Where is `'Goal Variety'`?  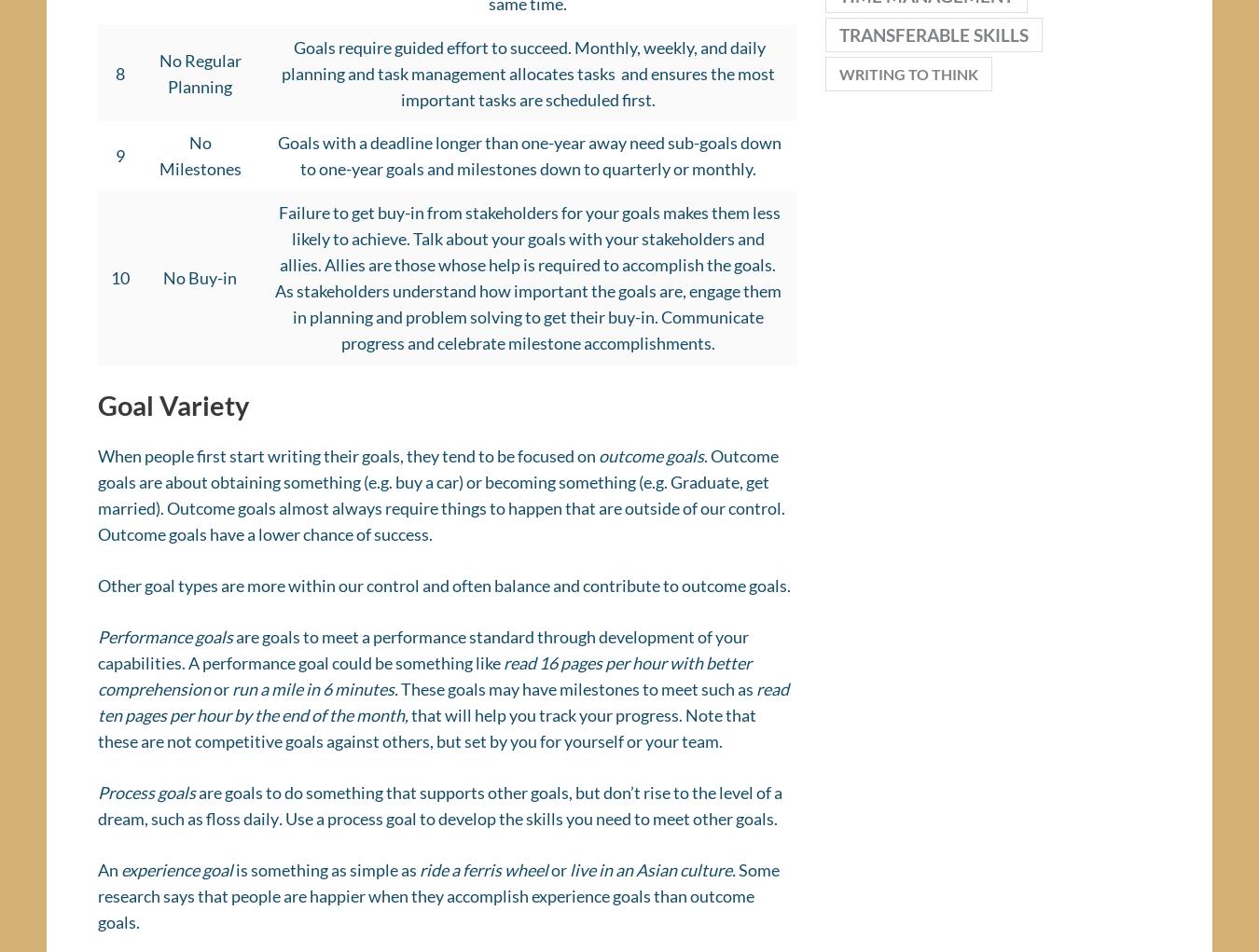 'Goal Variety' is located at coordinates (173, 410).